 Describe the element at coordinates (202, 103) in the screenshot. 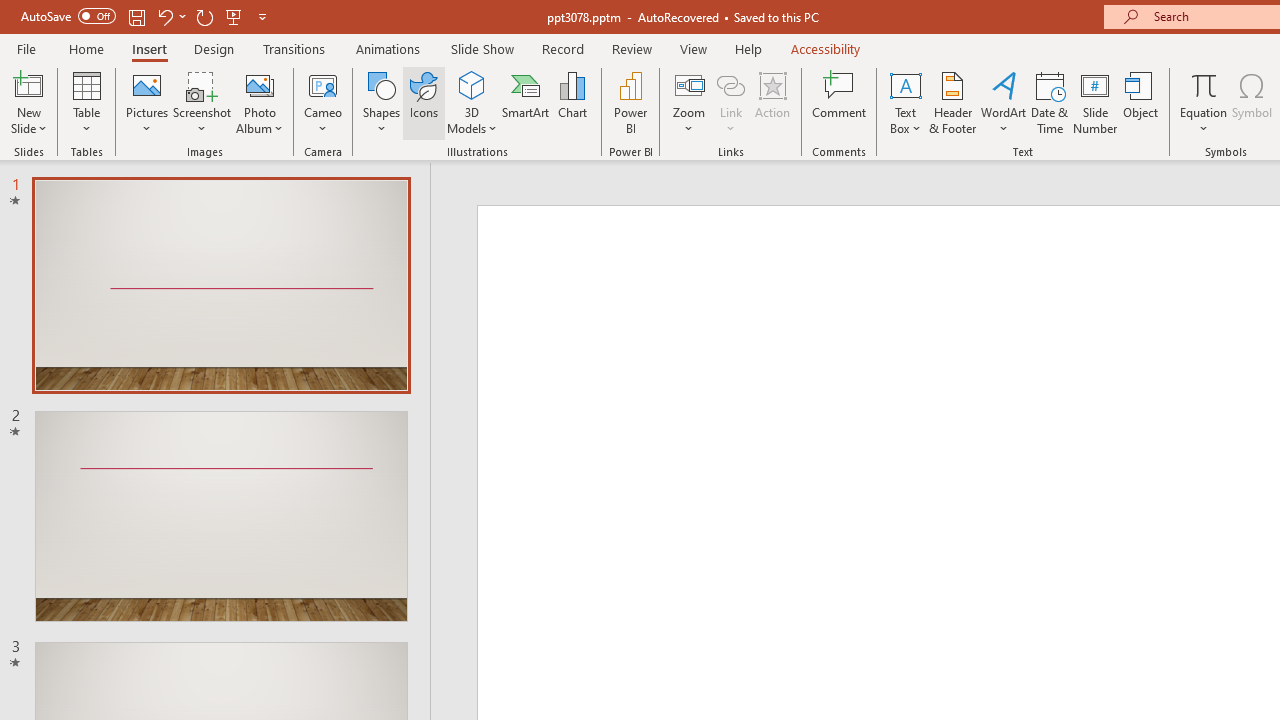

I see `'Screenshot'` at that location.